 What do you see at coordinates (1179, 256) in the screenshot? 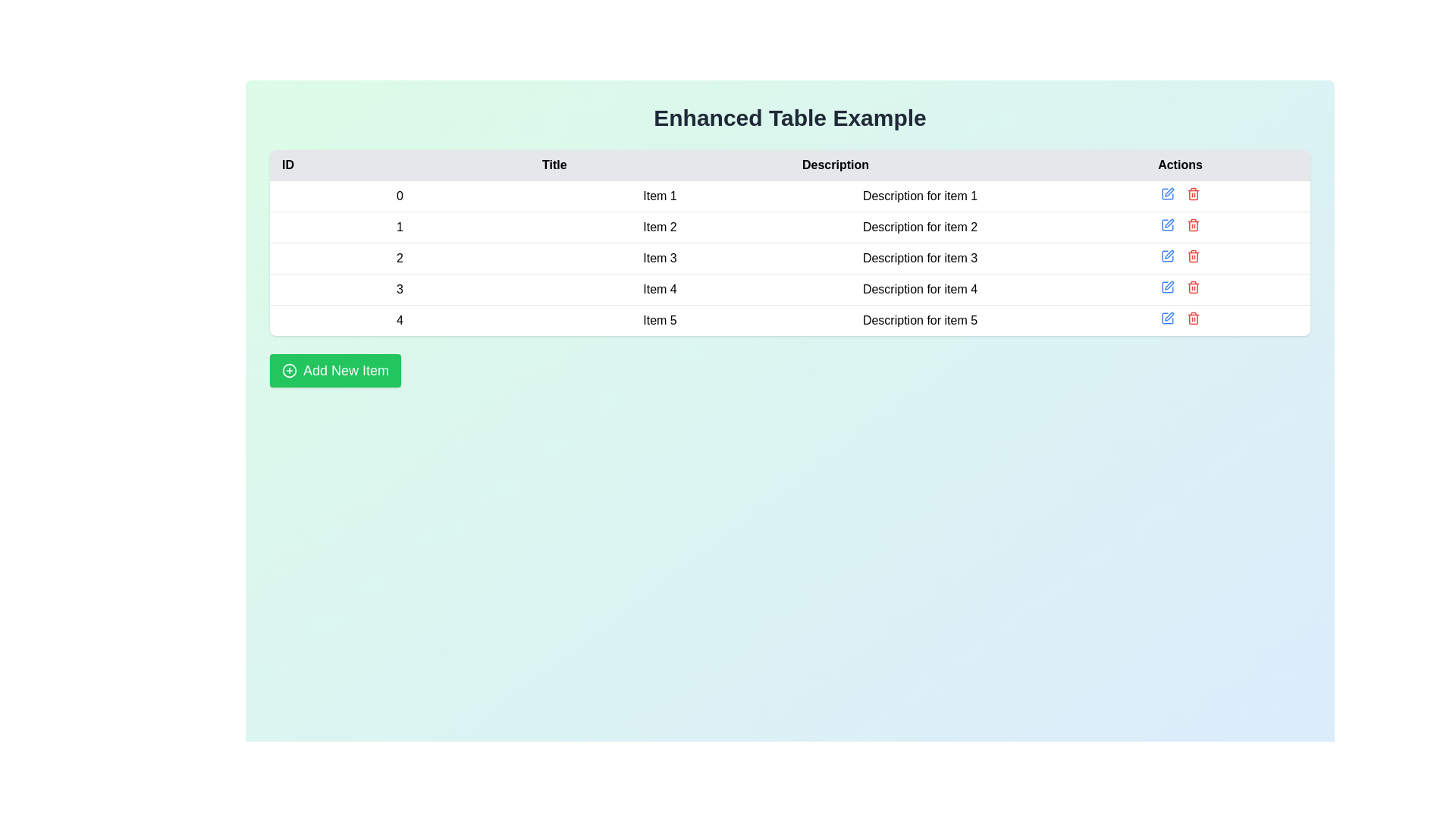
I see `the 'Edit' button in the interactive control group for 'Item 3' in the Actions section of the table` at bounding box center [1179, 256].